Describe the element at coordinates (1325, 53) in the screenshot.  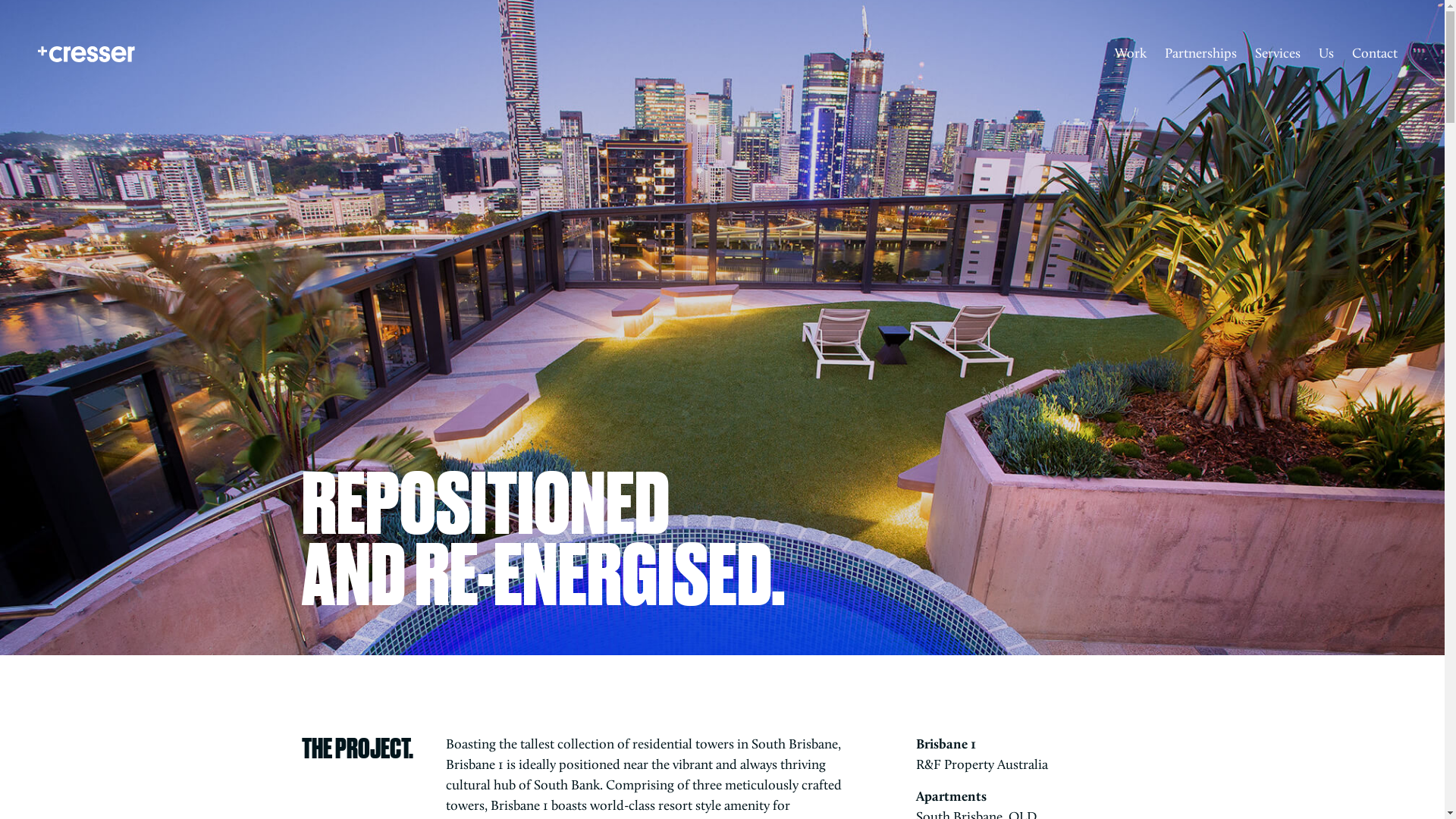
I see `'Us'` at that location.